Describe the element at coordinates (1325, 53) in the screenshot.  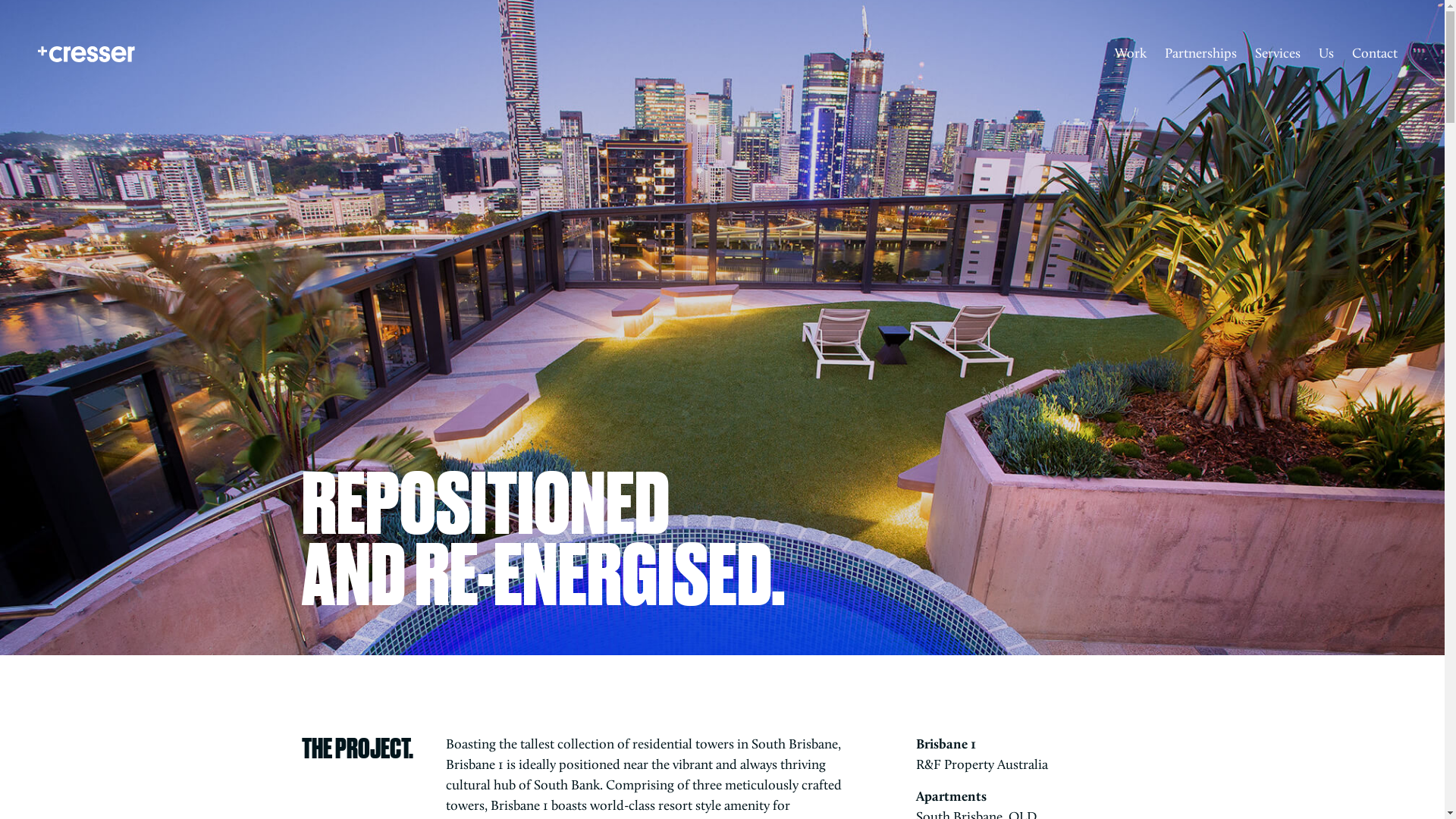
I see `'Us'` at that location.